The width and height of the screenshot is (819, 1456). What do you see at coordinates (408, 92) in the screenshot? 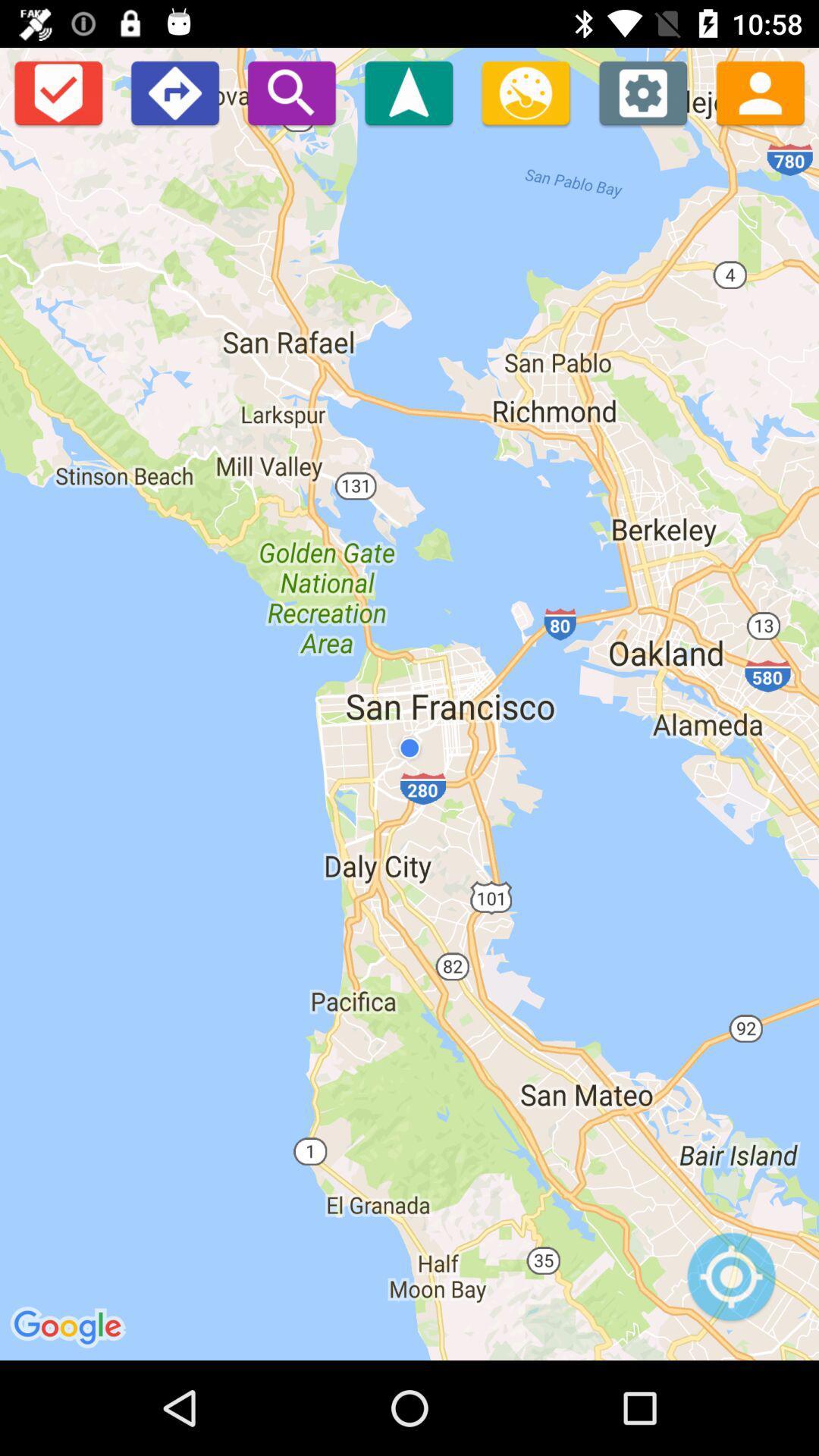
I see `directions to location` at bounding box center [408, 92].